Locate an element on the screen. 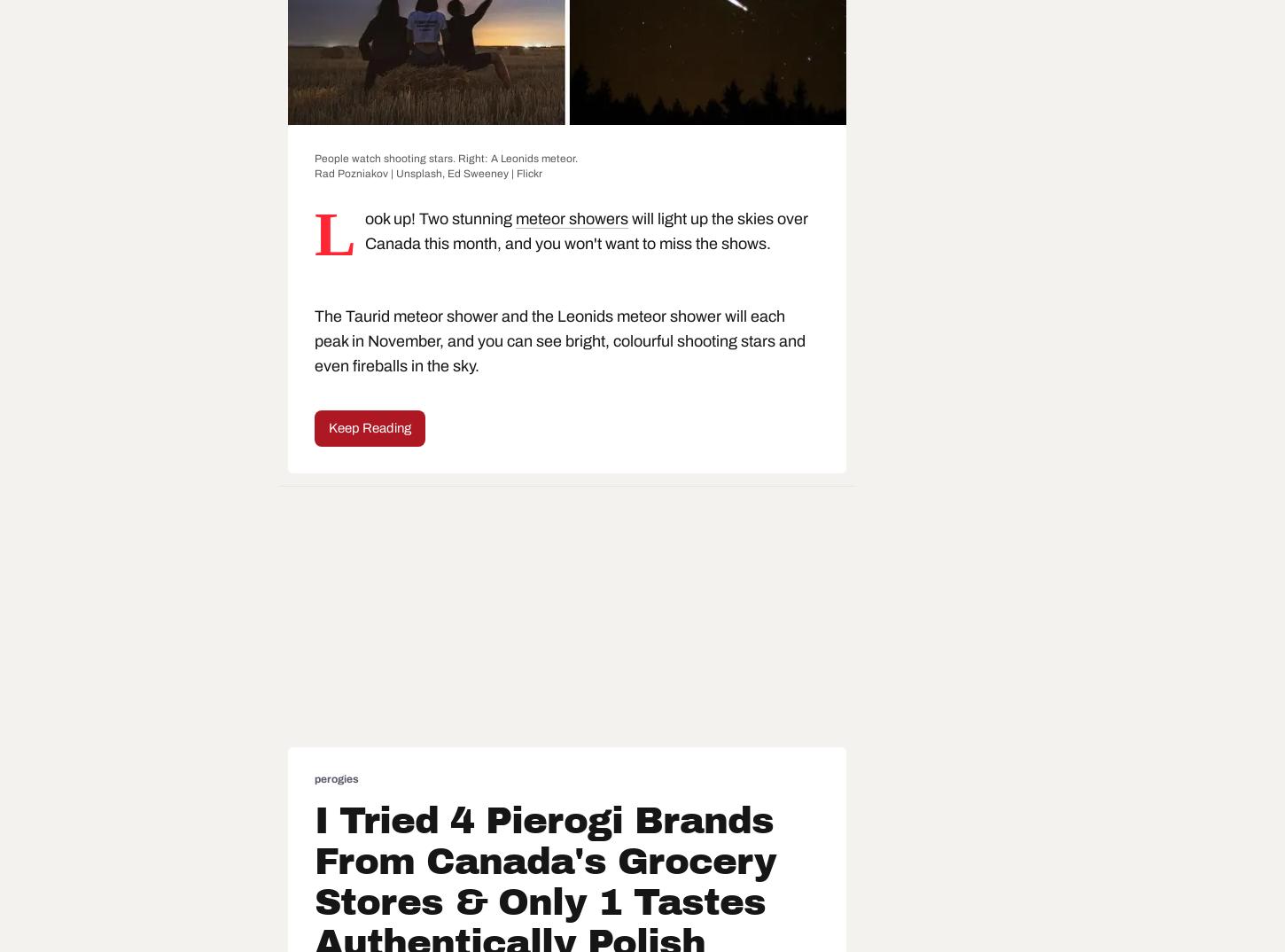 This screenshot has height=952, width=1285. 'Ed Sweeney | Flickr' is located at coordinates (495, 174).